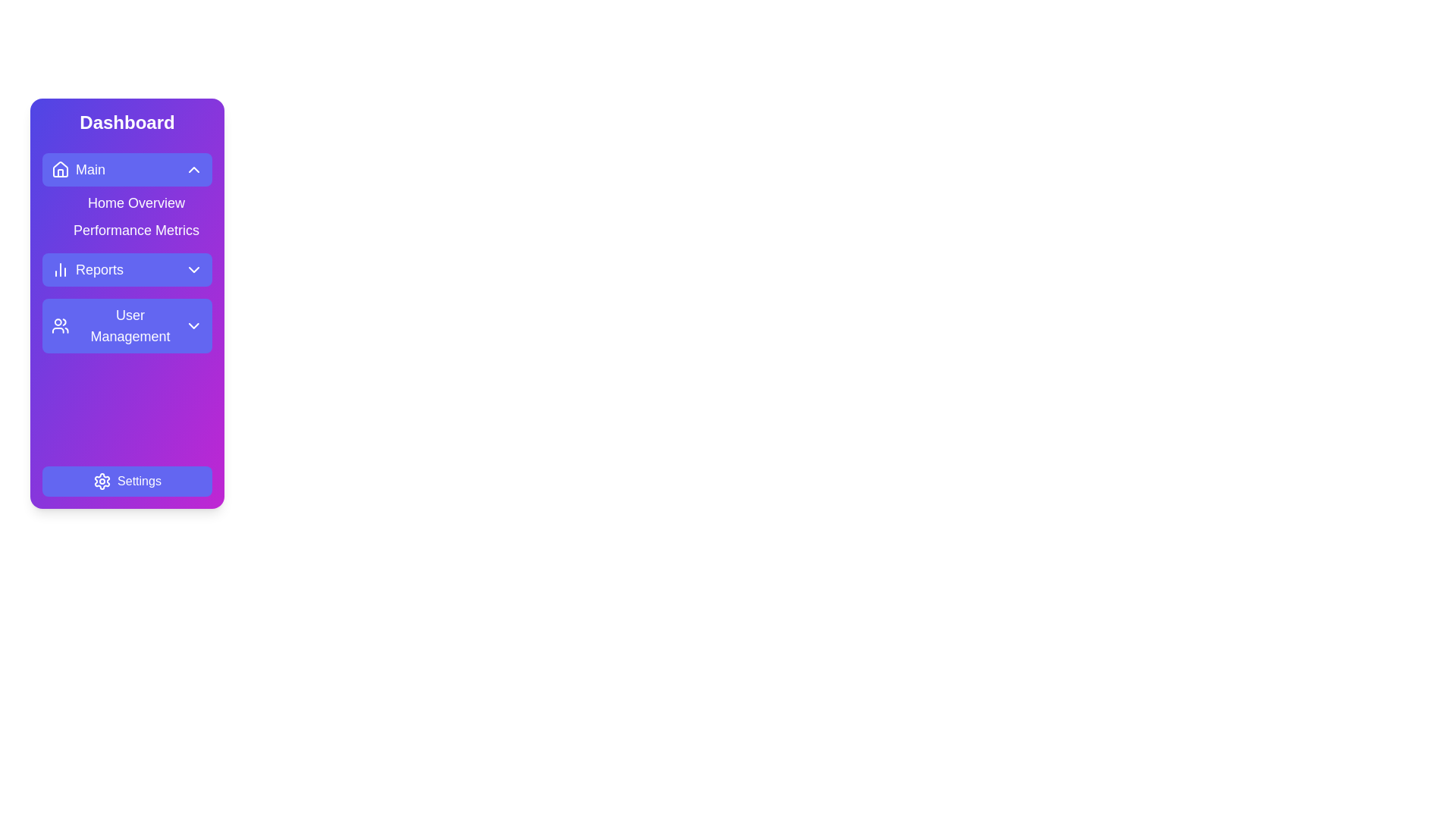  Describe the element at coordinates (193, 268) in the screenshot. I see `the downward-facing chevron icon indicating a dropdown menu next to the 'Reports' button` at that location.